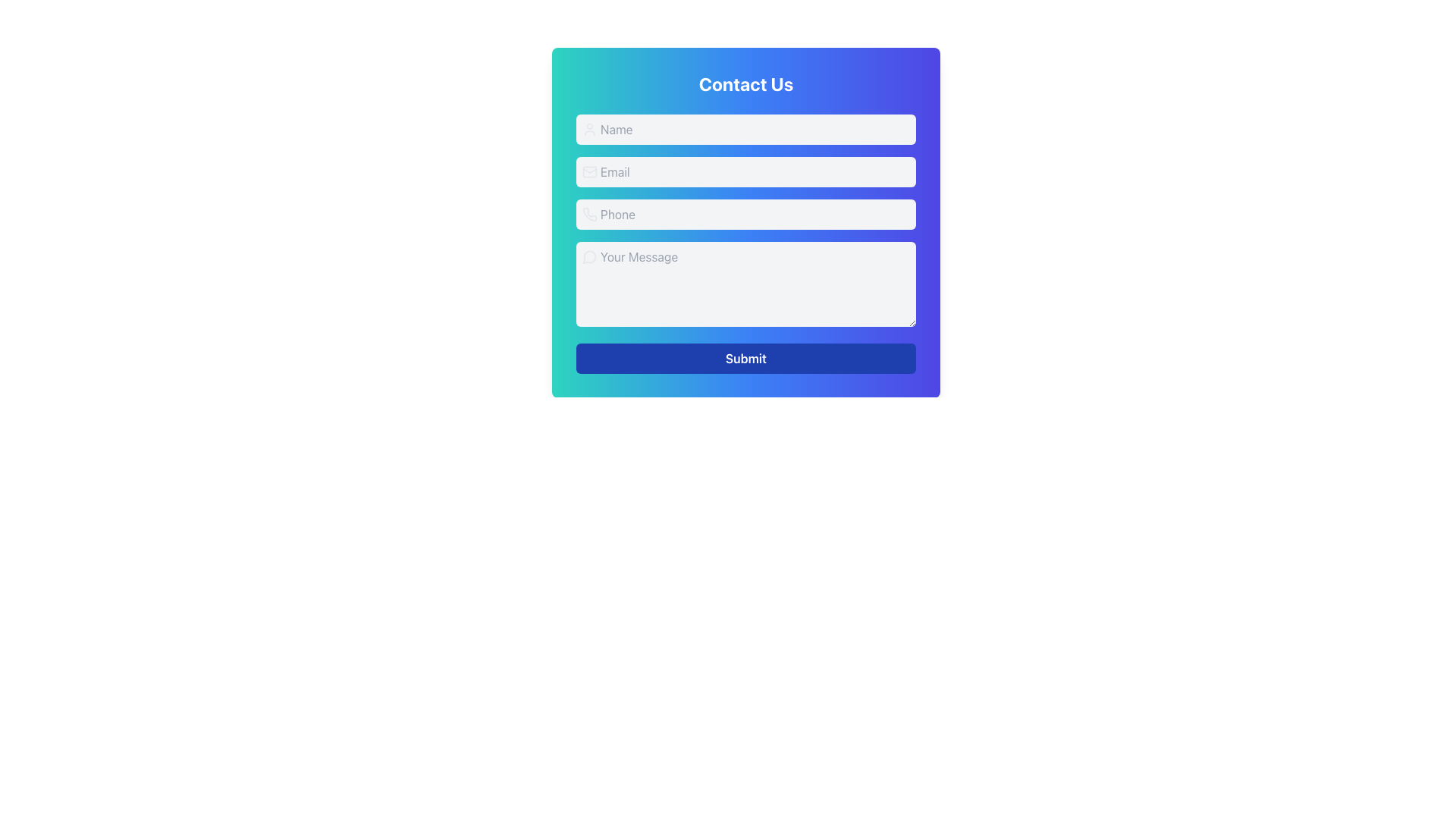  I want to click on the 'Contact Us' static text header, which is styled in bold, large font and centered at the top of the form panel, so click(745, 84).